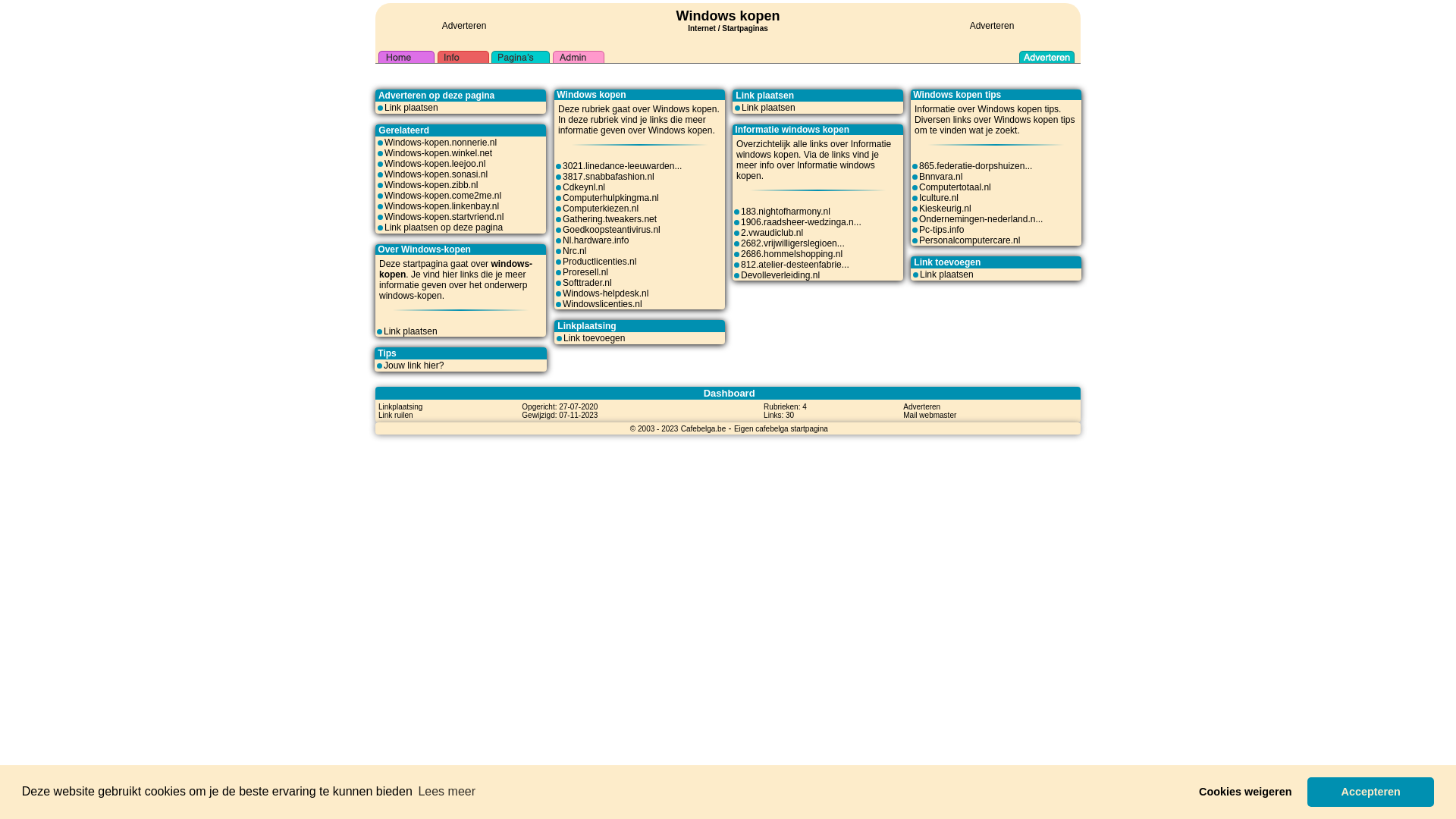  Describe the element at coordinates (702, 428) in the screenshot. I see `'Cafebelga.be'` at that location.